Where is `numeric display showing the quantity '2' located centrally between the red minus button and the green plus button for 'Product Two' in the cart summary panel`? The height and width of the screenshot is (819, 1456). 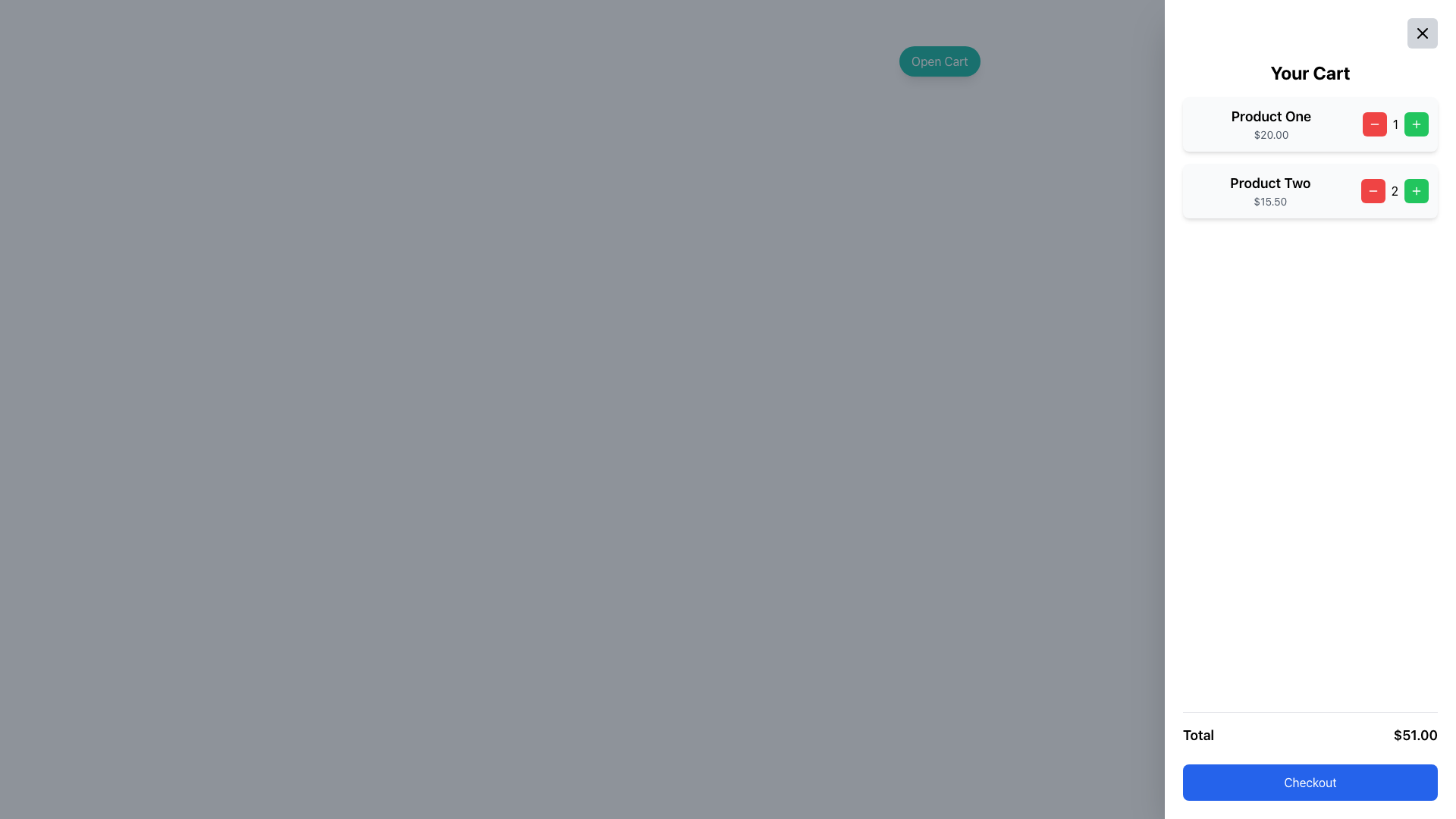
numeric display showing the quantity '2' located centrally between the red minus button and the green plus button for 'Product Two' in the cart summary panel is located at coordinates (1395, 190).